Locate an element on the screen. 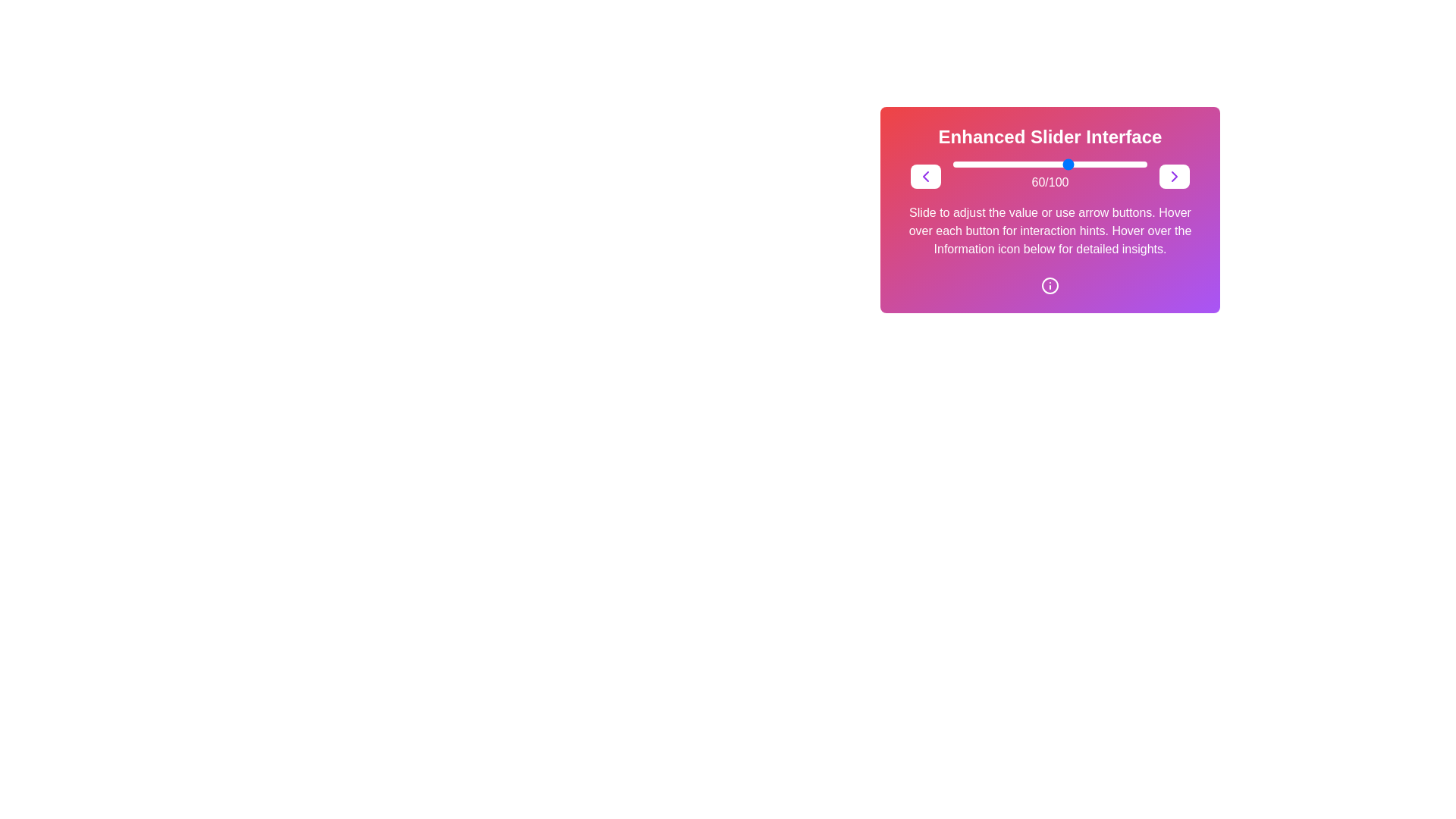 The height and width of the screenshot is (819, 1456). the Read-only Text Label displaying '60/100', which is styled in bold and located under the slider bar in the center of the interface is located at coordinates (1049, 181).